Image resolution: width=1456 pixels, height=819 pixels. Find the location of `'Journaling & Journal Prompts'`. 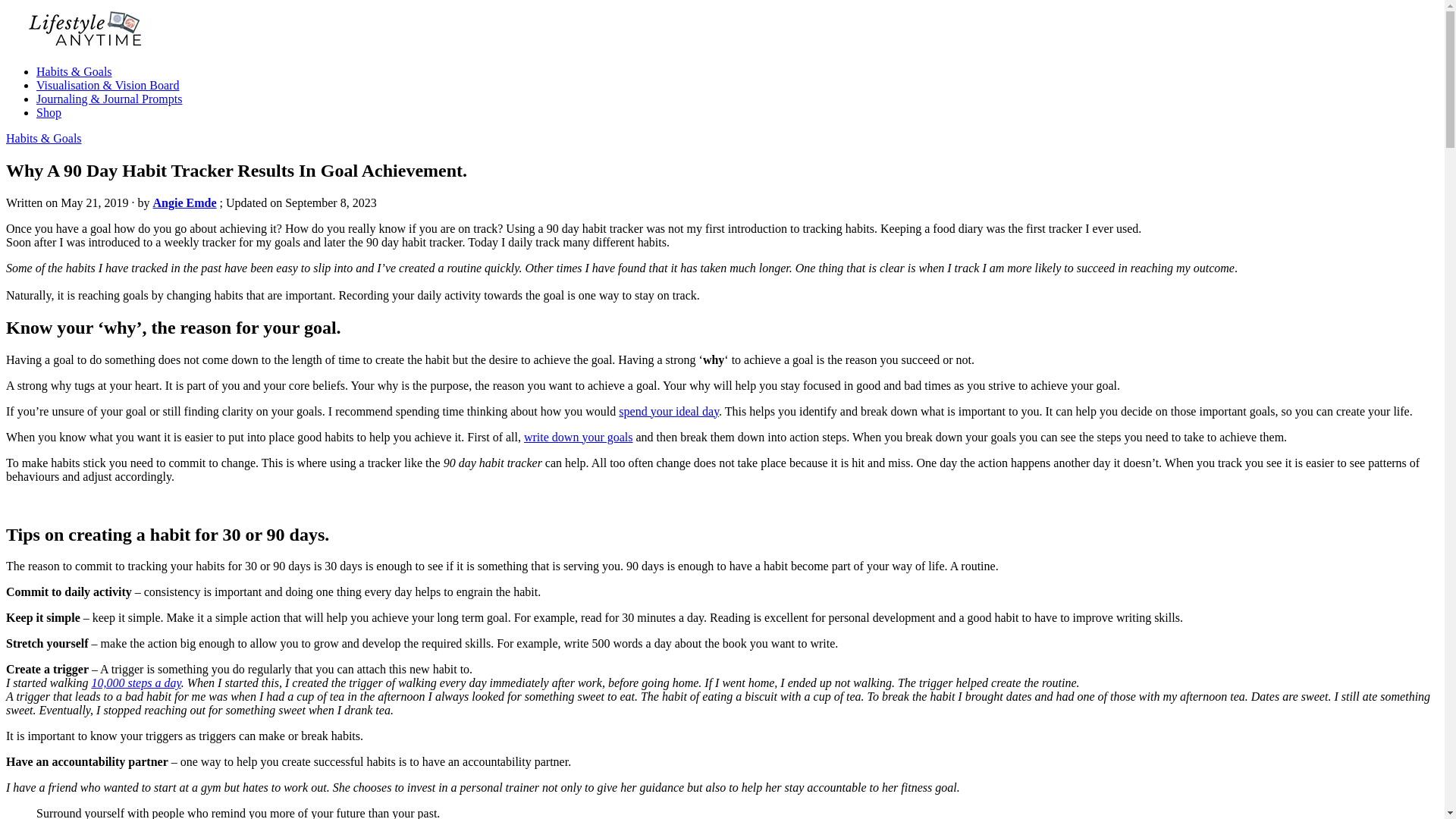

'Journaling & Journal Prompts' is located at coordinates (108, 99).